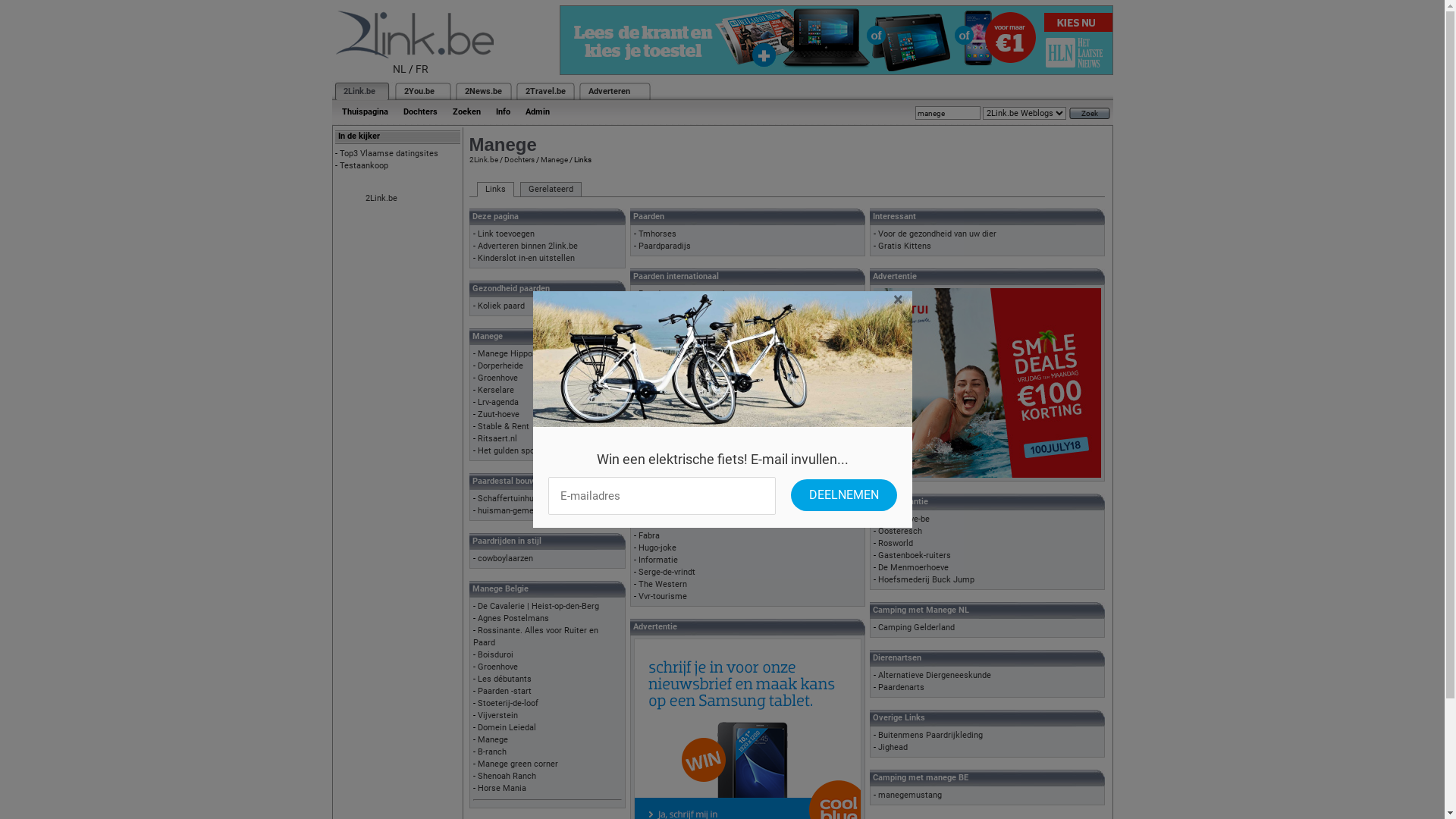  What do you see at coordinates (507, 353) in the screenshot?
I see `'Manege Hippos'` at bounding box center [507, 353].